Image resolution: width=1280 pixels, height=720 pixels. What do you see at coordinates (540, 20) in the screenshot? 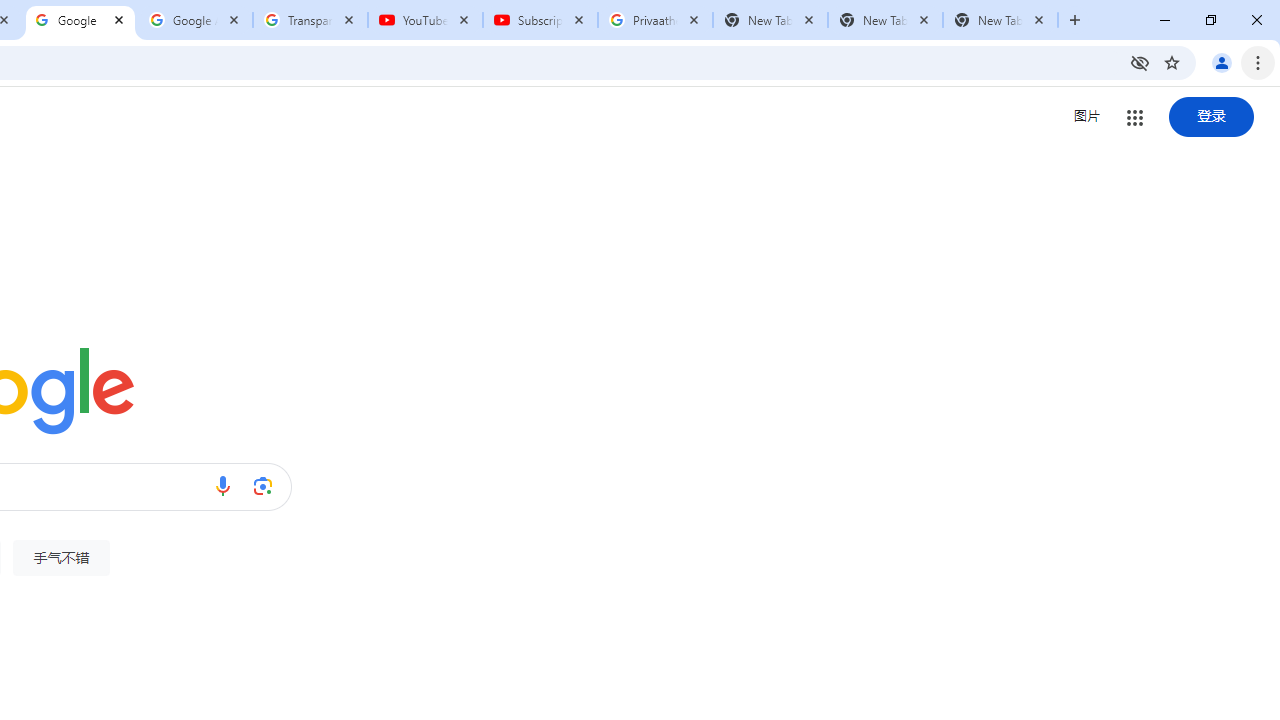
I see `'Subscriptions - YouTube'` at bounding box center [540, 20].